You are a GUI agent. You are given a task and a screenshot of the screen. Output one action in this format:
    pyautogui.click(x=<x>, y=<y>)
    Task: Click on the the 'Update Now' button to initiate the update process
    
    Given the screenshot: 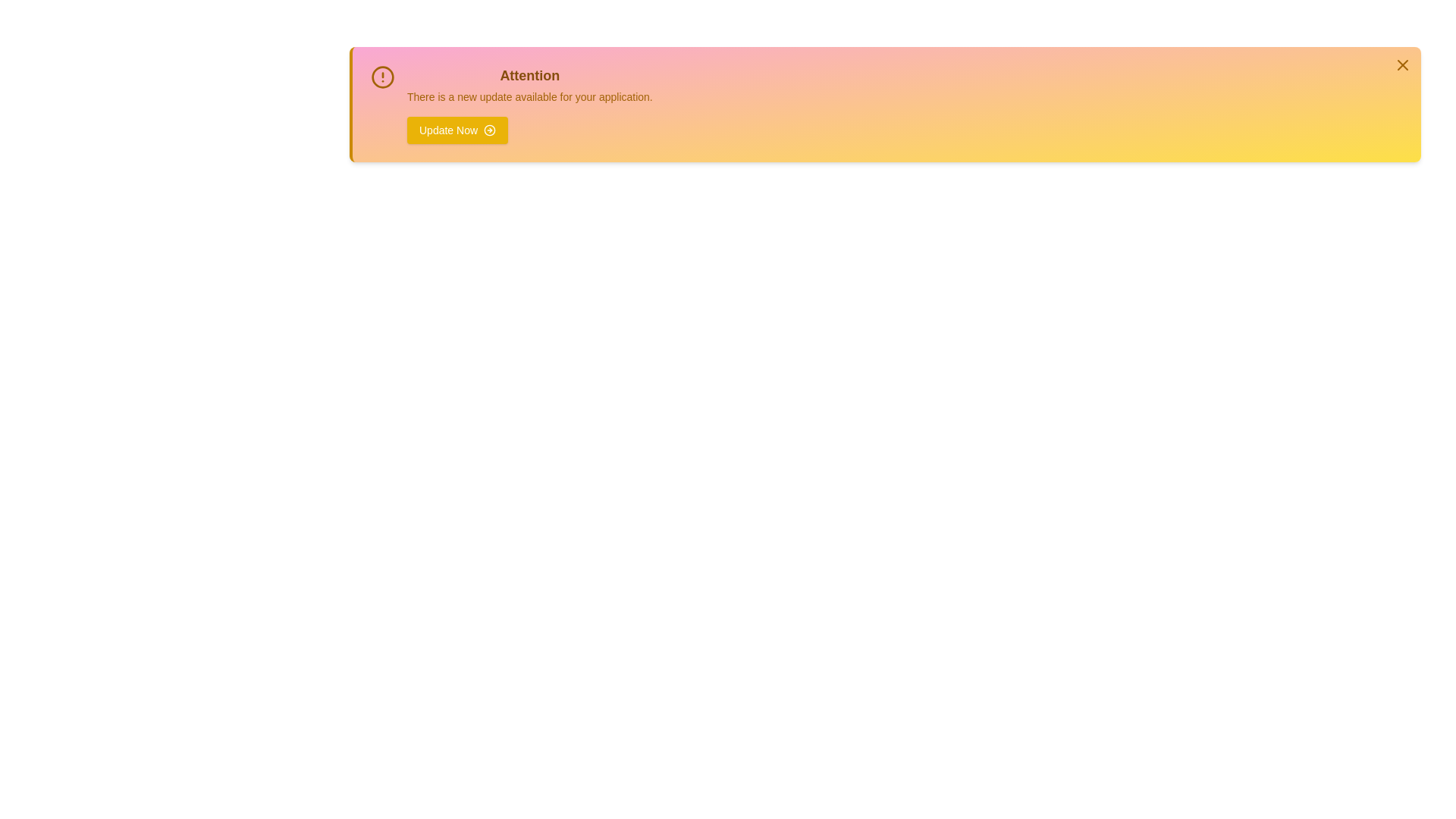 What is the action you would take?
    pyautogui.click(x=457, y=130)
    